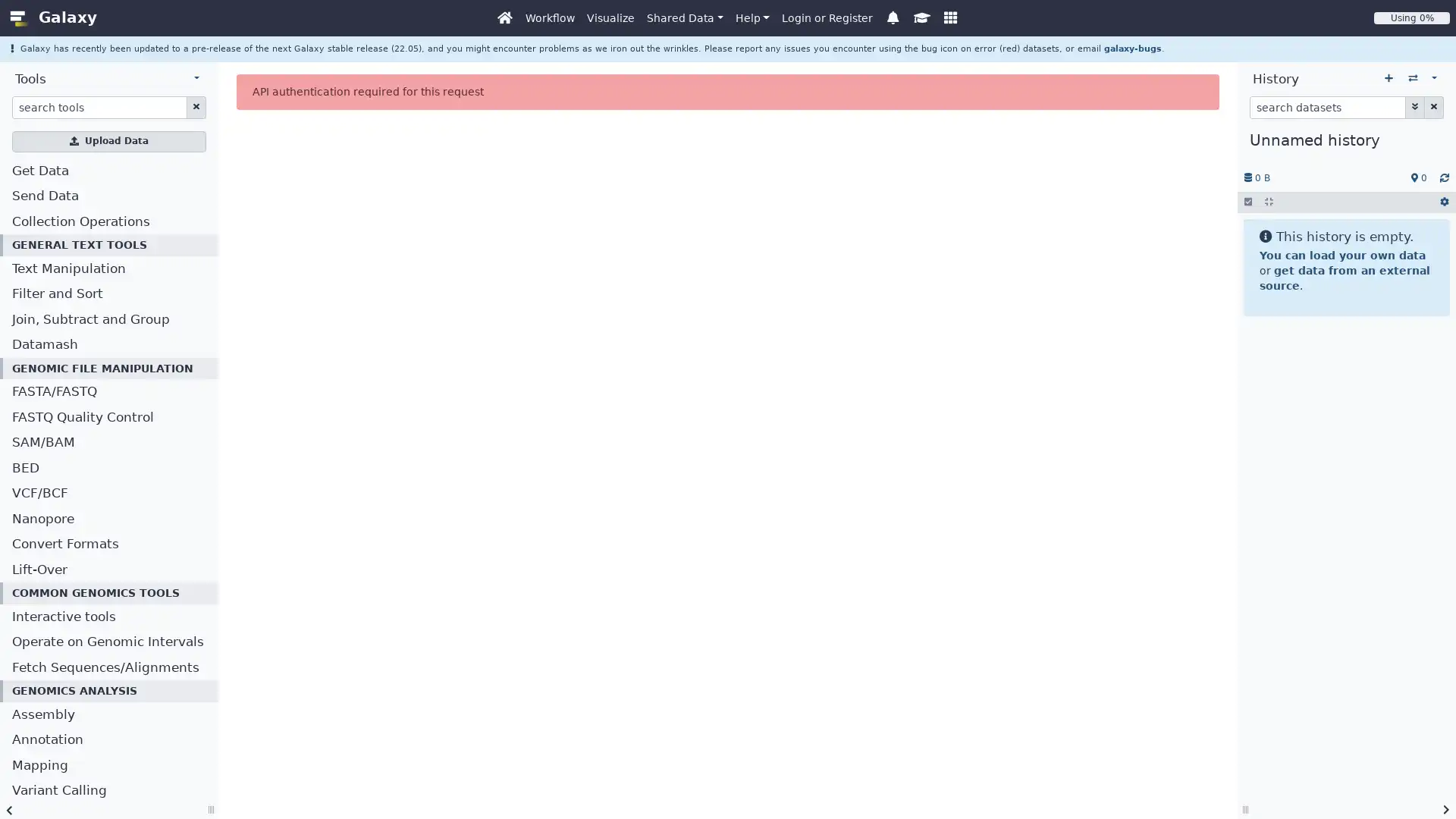 The height and width of the screenshot is (819, 1456). I want to click on Collapse Items, so click(1269, 201).